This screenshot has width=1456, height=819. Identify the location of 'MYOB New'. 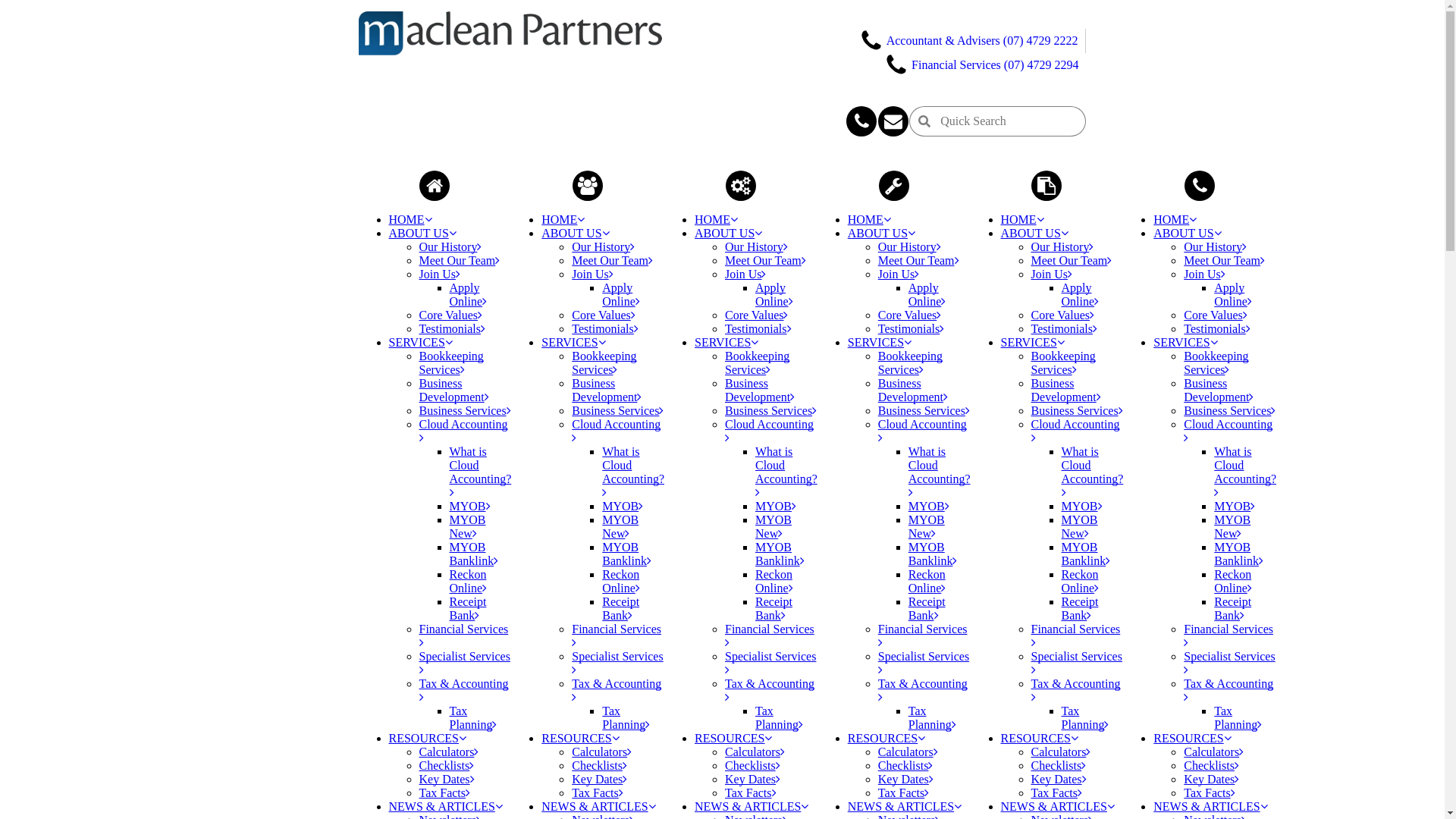
(466, 526).